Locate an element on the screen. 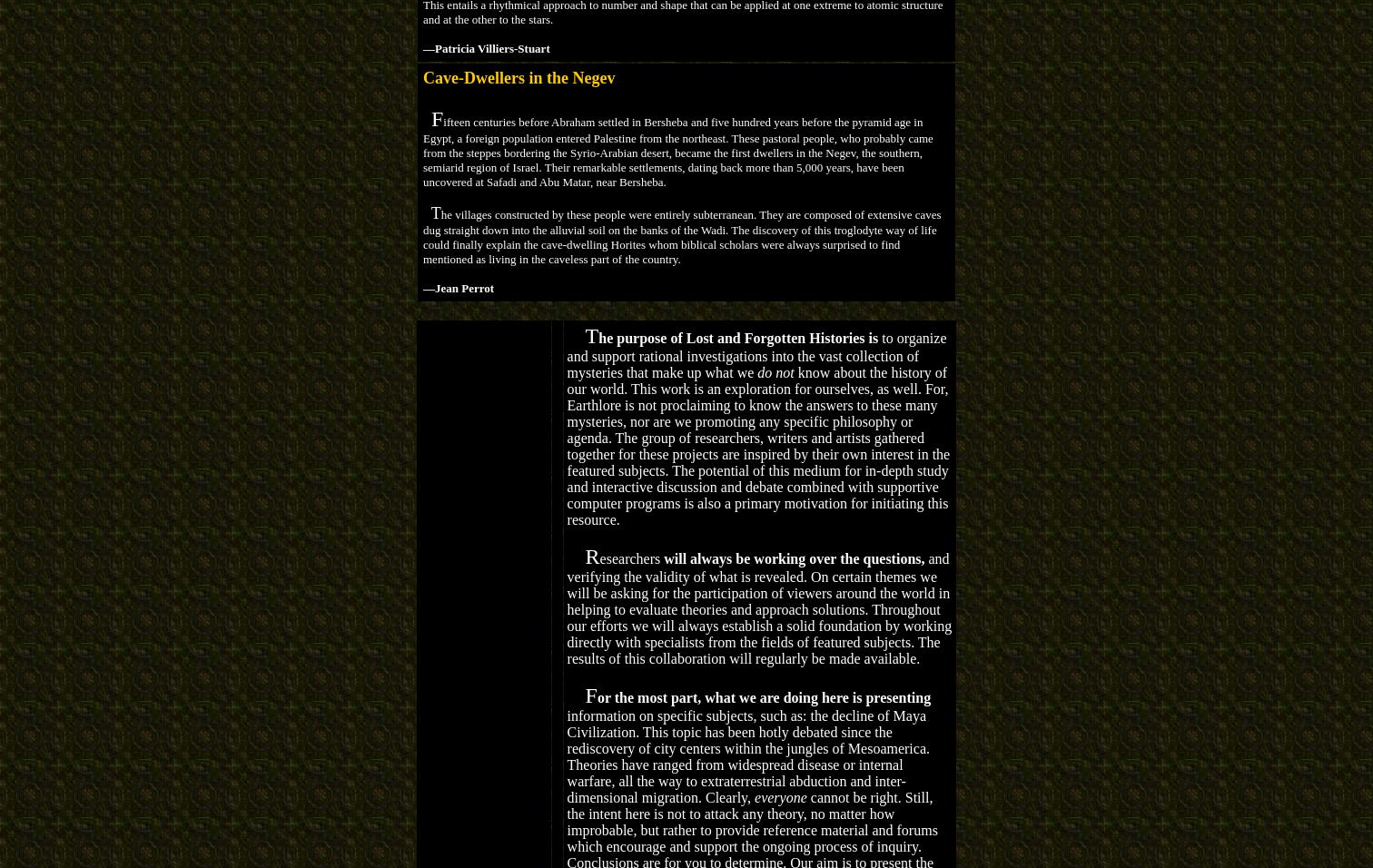 This screenshot has width=1373, height=868. 'know' is located at coordinates (812, 371).